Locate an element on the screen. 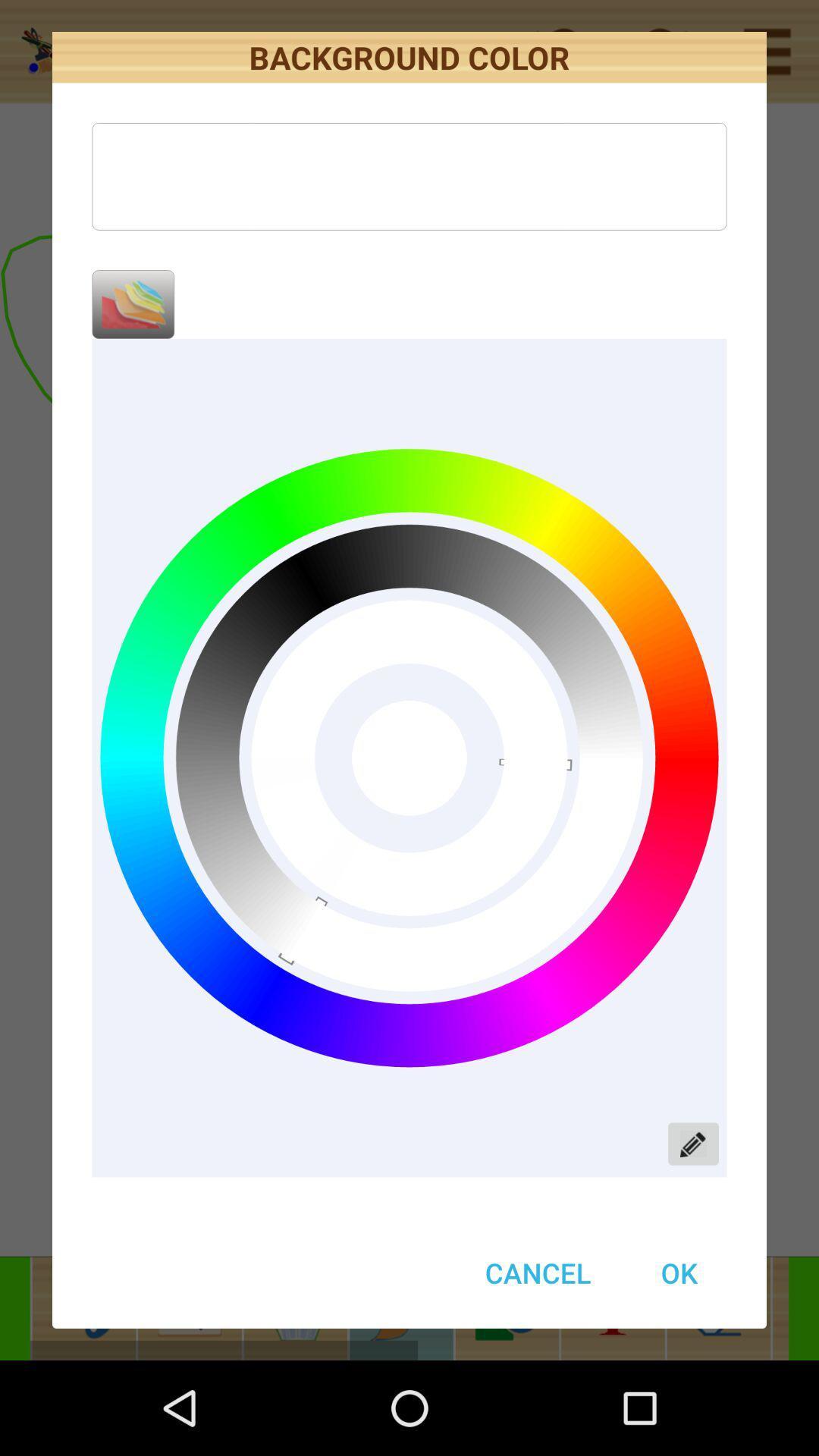  item to the left of the ok icon is located at coordinates (537, 1272).